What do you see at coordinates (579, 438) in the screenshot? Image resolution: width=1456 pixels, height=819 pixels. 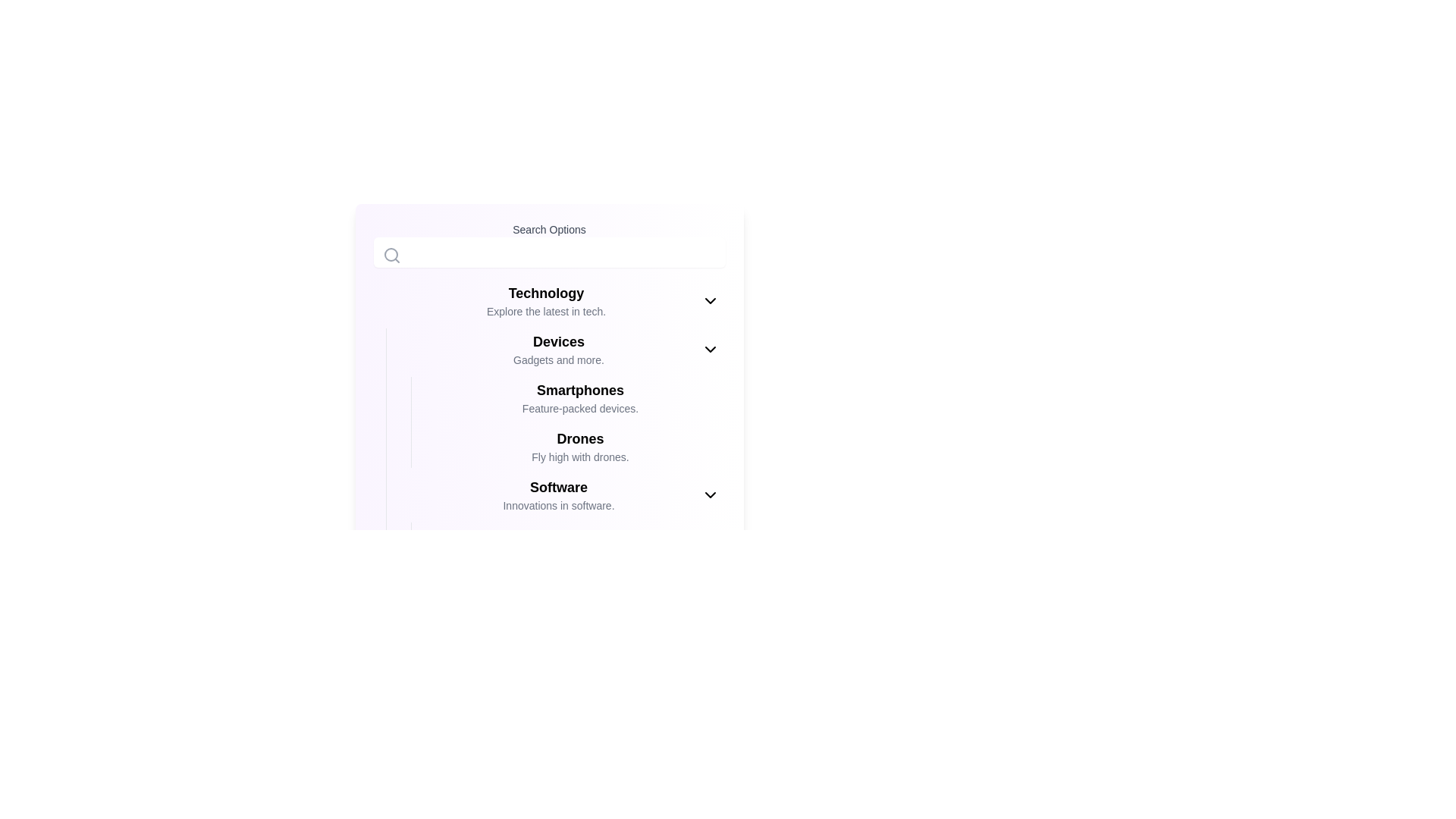 I see `the static text header displaying 'Drones', which is styled prominently in bold and medium-large font size, located between the sections 'Smartphones' and 'Software'` at bounding box center [579, 438].